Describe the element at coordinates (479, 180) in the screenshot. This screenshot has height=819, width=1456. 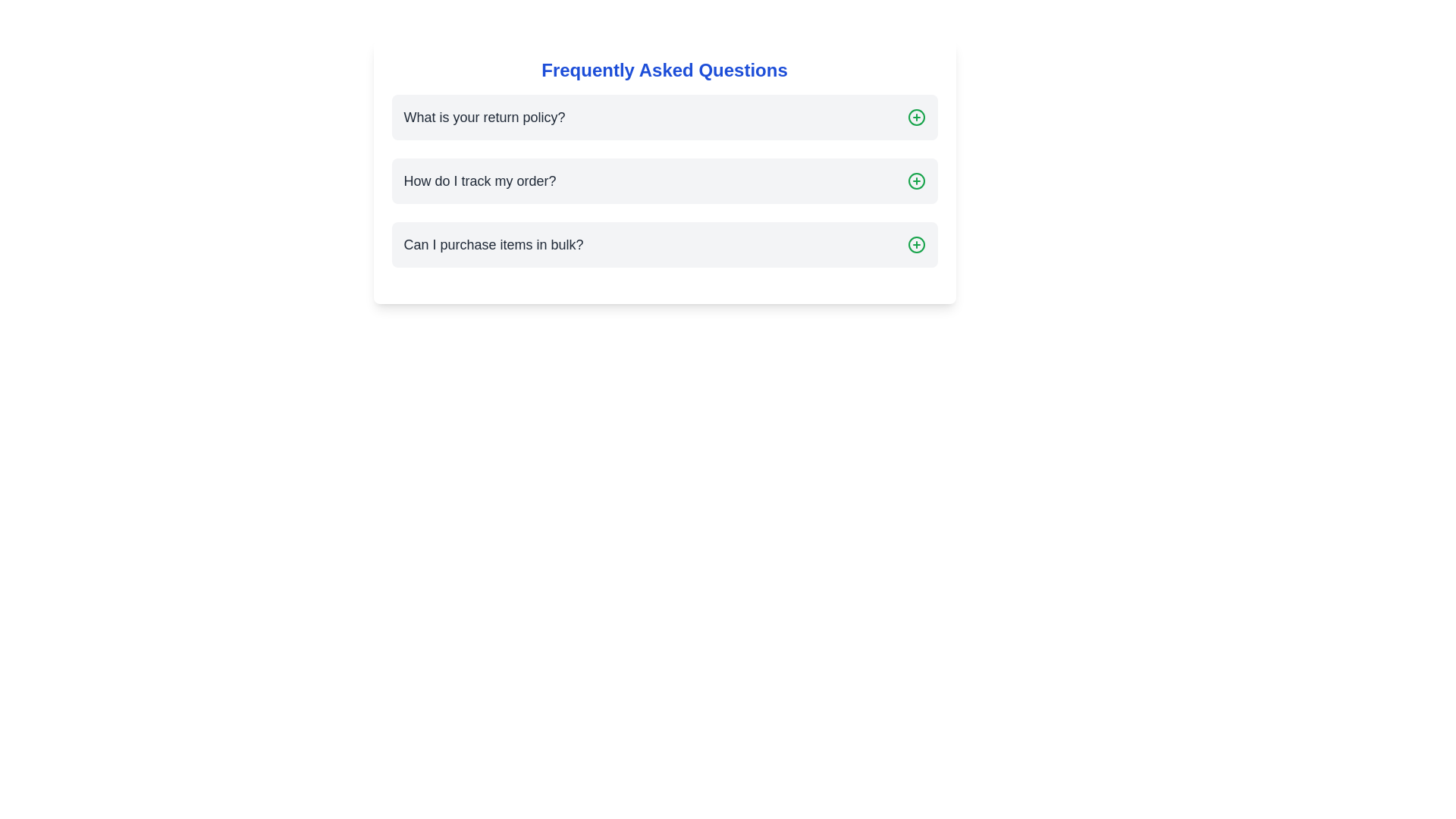
I see `the Text label that serves as the question header in the FAQ section, positioned as the second question option in the middle row` at that location.